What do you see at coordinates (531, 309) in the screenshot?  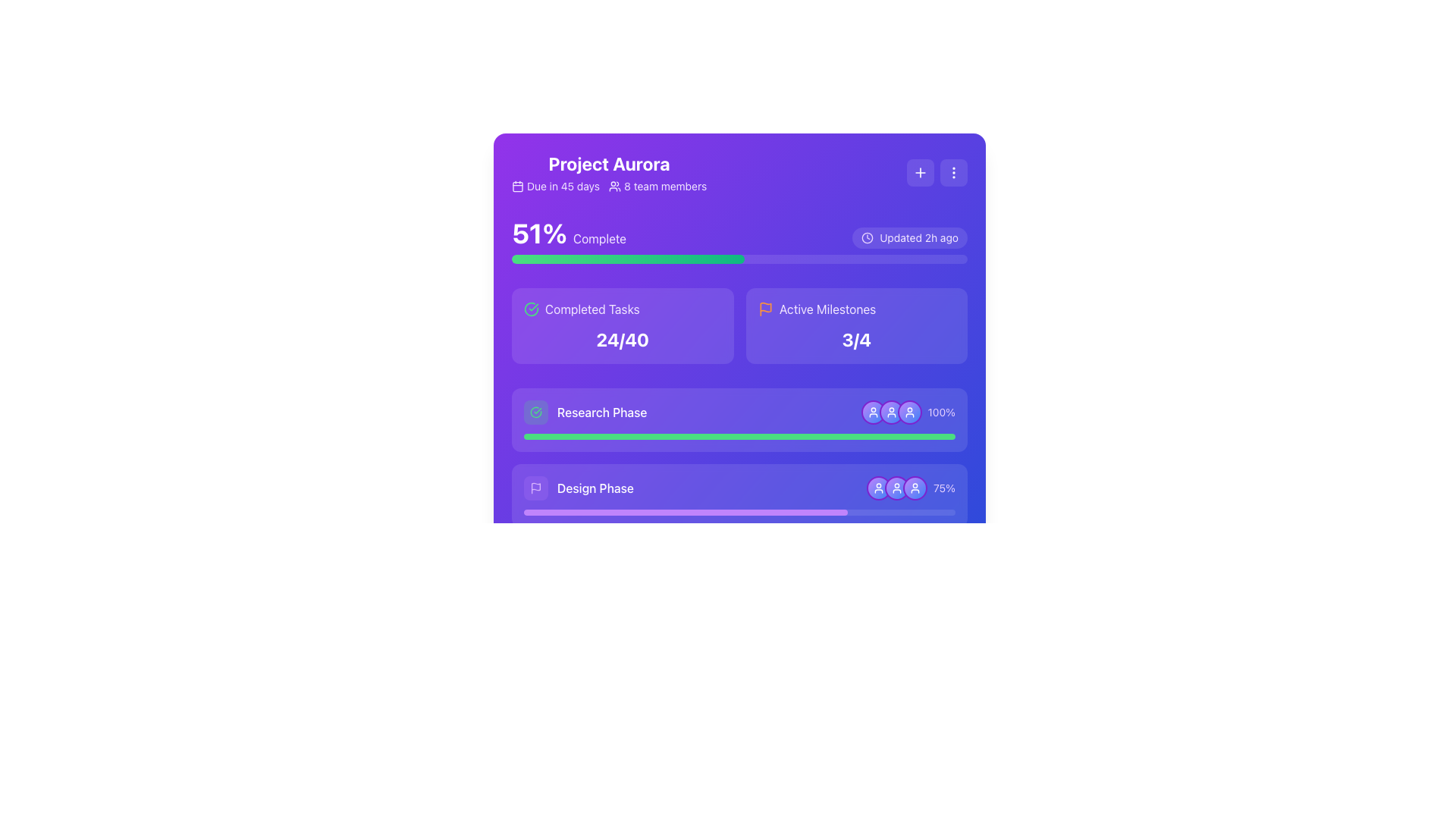 I see `the green circular icon with a checkmark that indicates completion, positioned to the left of the 'Completed Tasks' text in the purple card at the top section of the interface` at bounding box center [531, 309].